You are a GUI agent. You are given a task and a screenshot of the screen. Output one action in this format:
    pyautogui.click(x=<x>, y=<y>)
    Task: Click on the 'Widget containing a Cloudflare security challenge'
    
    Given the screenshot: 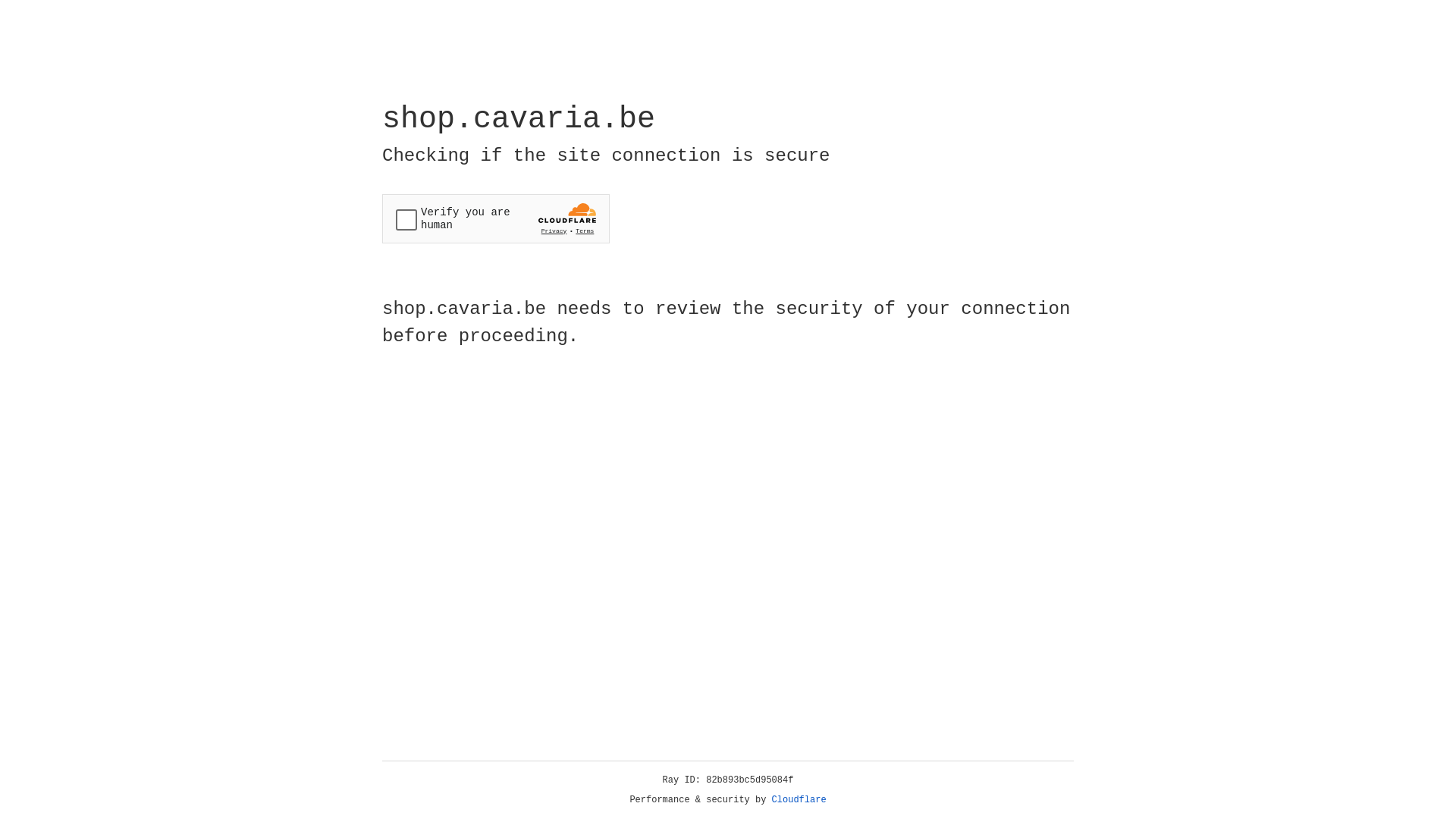 What is the action you would take?
    pyautogui.click(x=495, y=218)
    